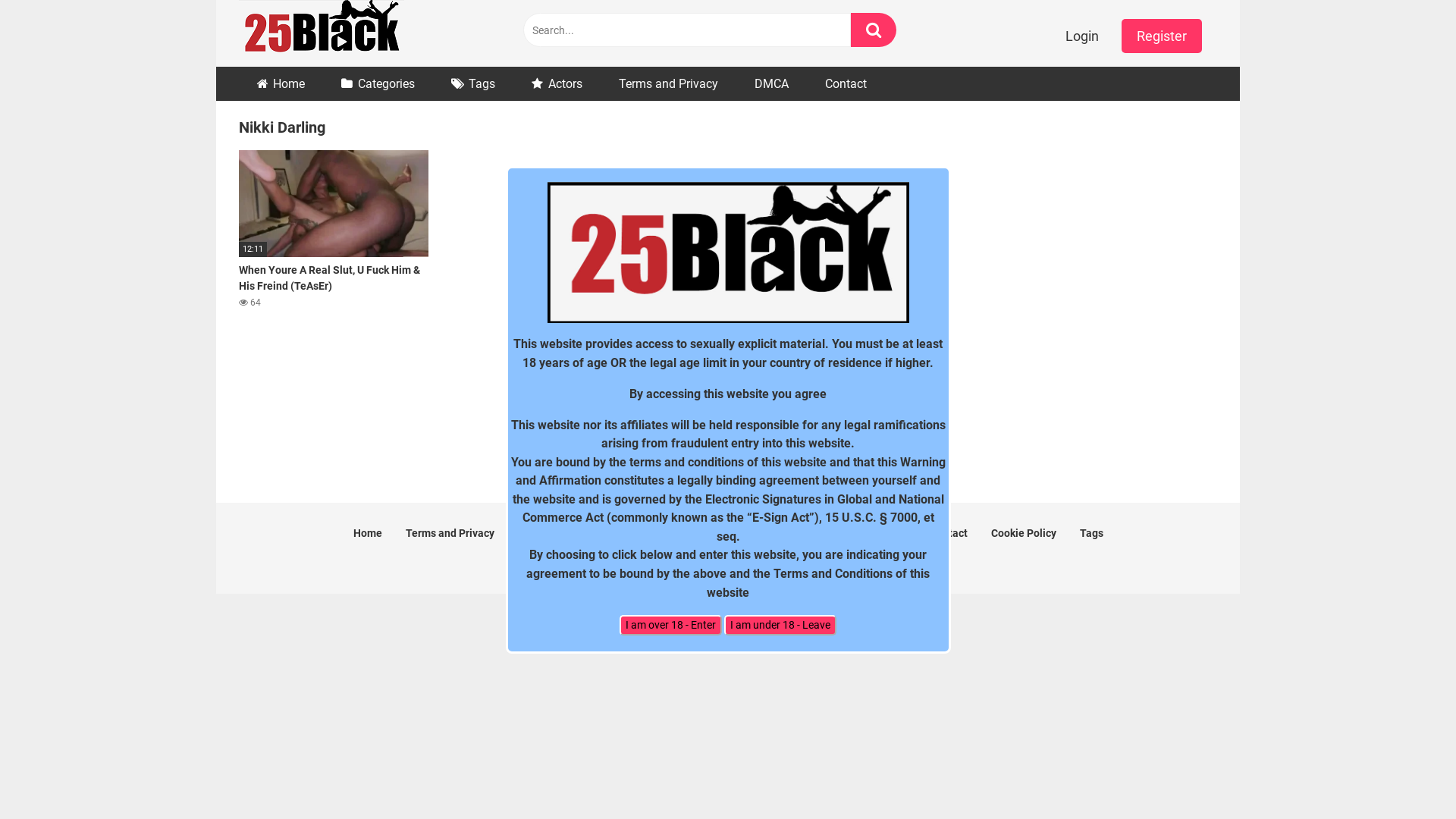 The height and width of the screenshot is (819, 1456). I want to click on 'DMCA', so click(771, 83).